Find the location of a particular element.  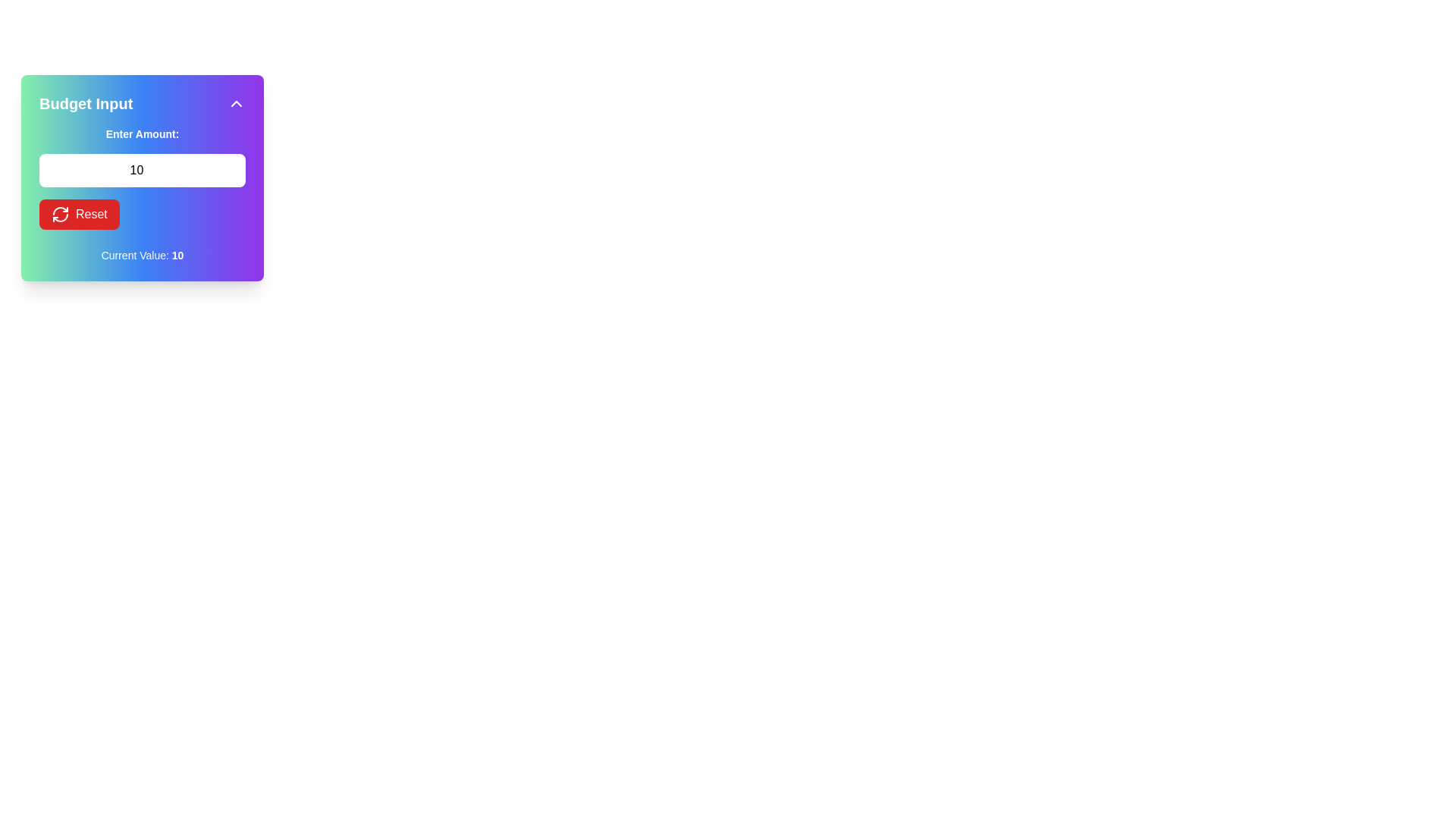

the chevron button in the top-right corner of the 'Budget Input' section is located at coordinates (236, 103).